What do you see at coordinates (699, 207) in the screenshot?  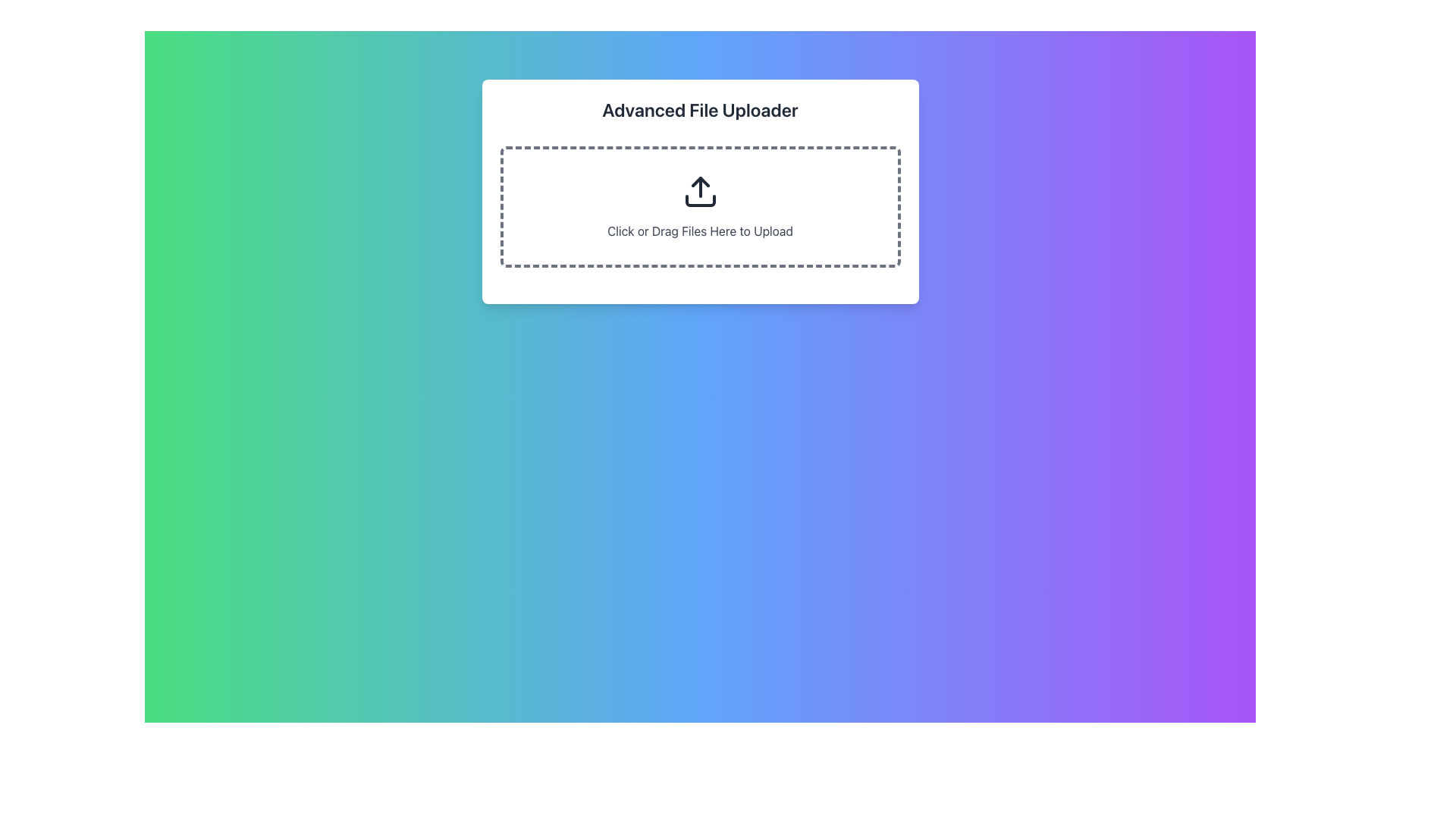 I see `the File Upload Zone located below the title 'Advanced File Uploader'` at bounding box center [699, 207].